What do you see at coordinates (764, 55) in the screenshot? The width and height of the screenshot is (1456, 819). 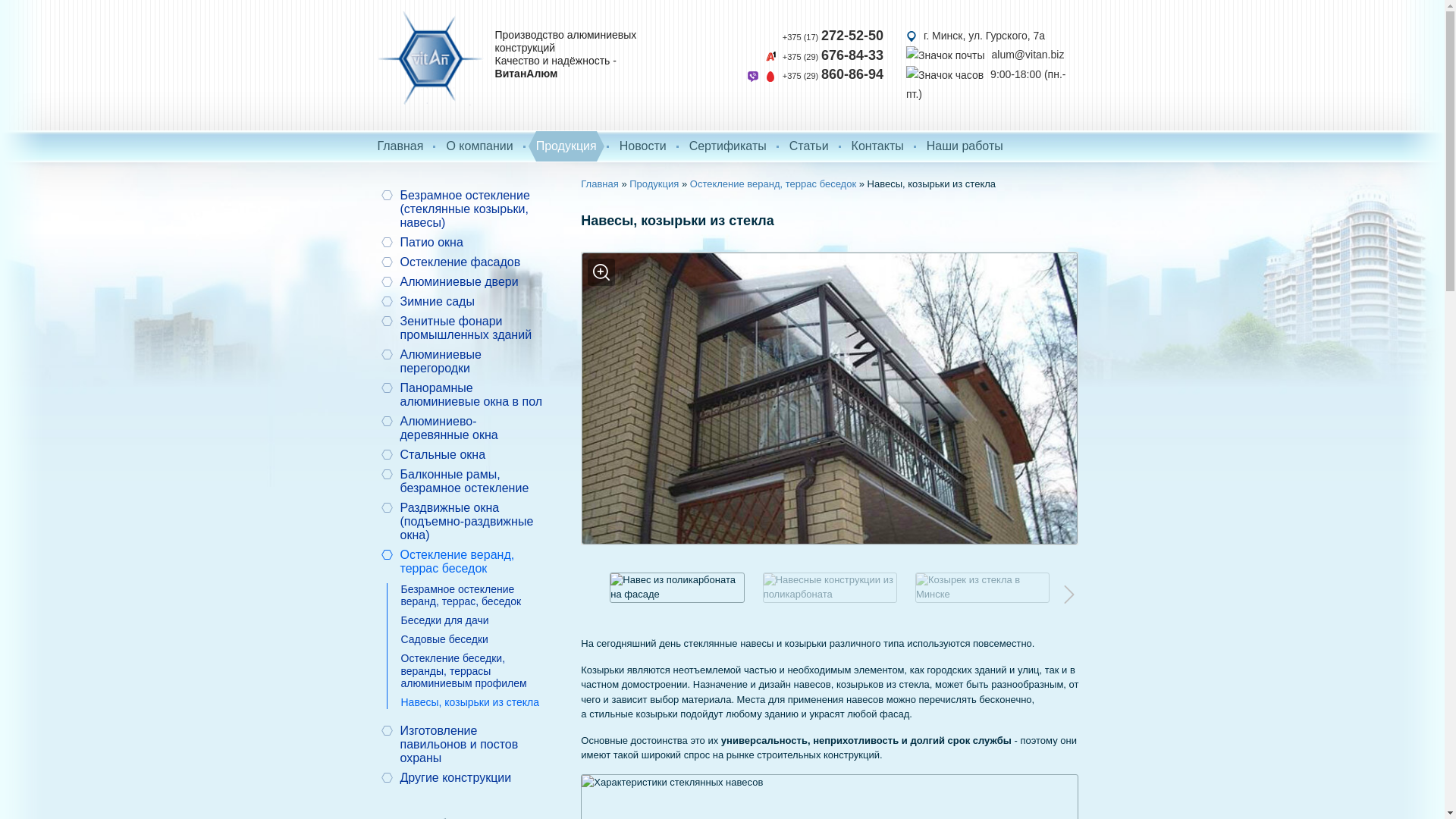 I see `'+375 (29) 676-84-33'` at bounding box center [764, 55].